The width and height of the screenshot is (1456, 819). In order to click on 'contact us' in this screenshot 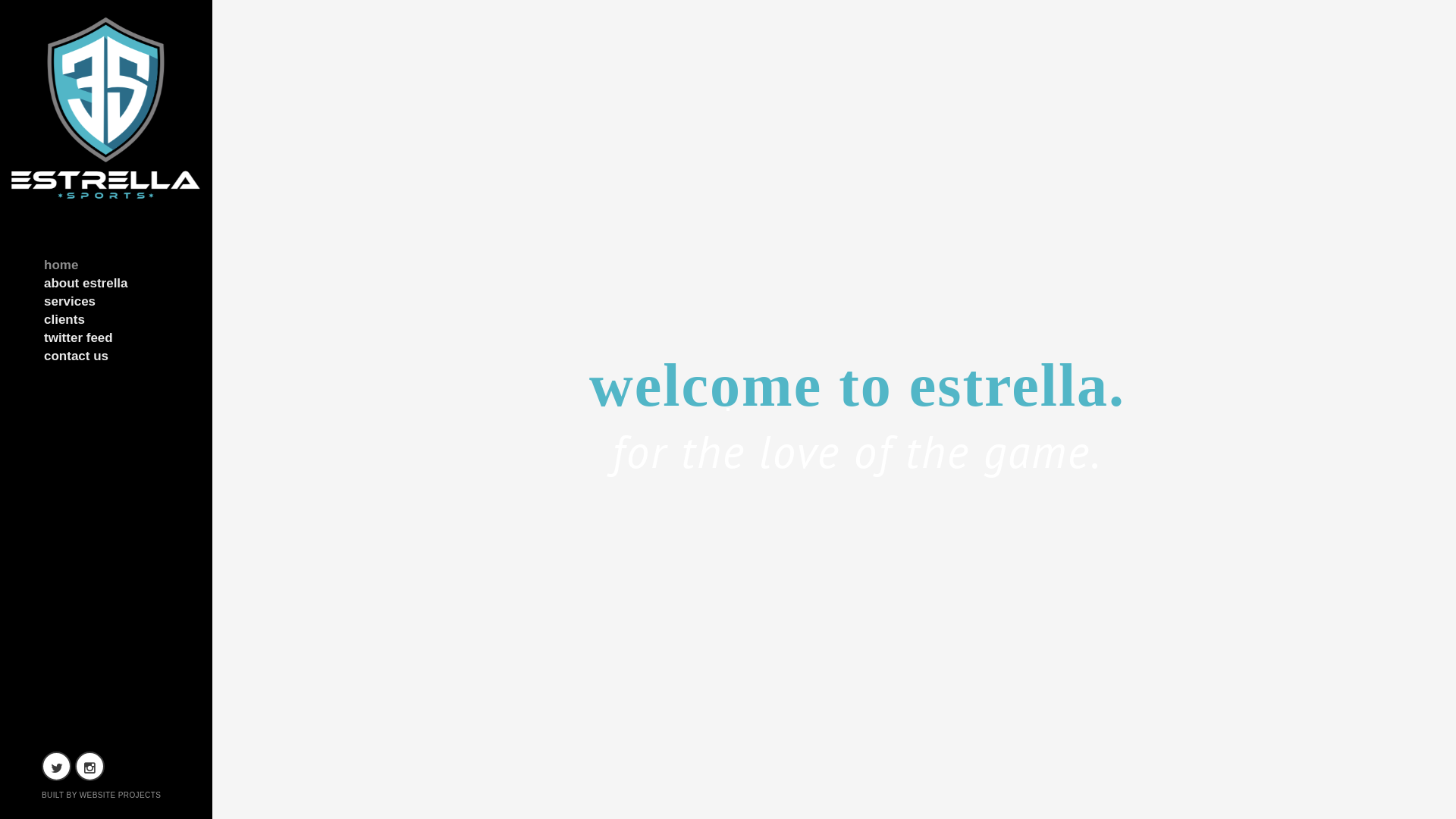, I will do `click(43, 359)`.